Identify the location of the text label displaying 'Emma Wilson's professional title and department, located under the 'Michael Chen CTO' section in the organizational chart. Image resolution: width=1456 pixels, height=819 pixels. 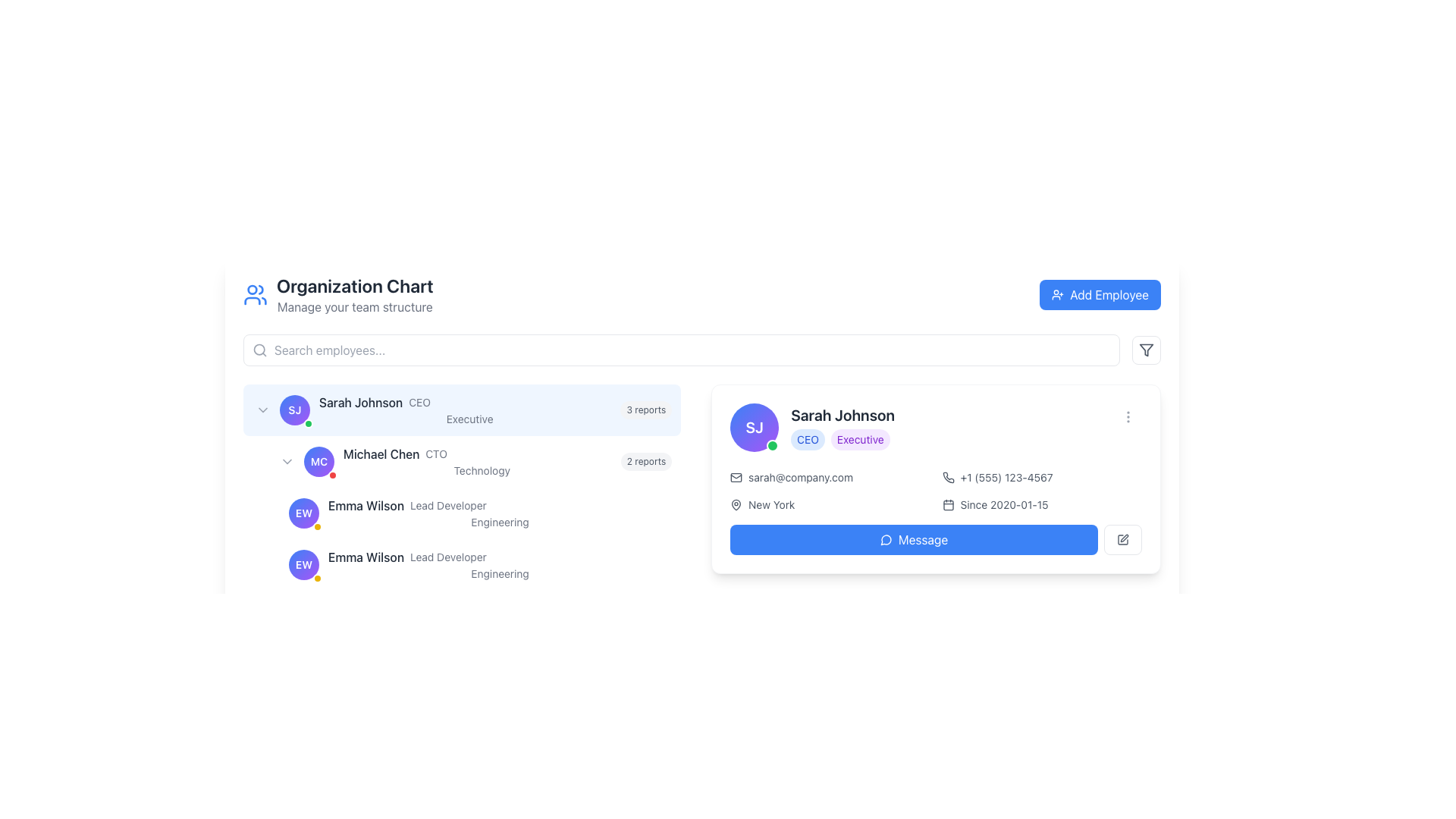
(500, 564).